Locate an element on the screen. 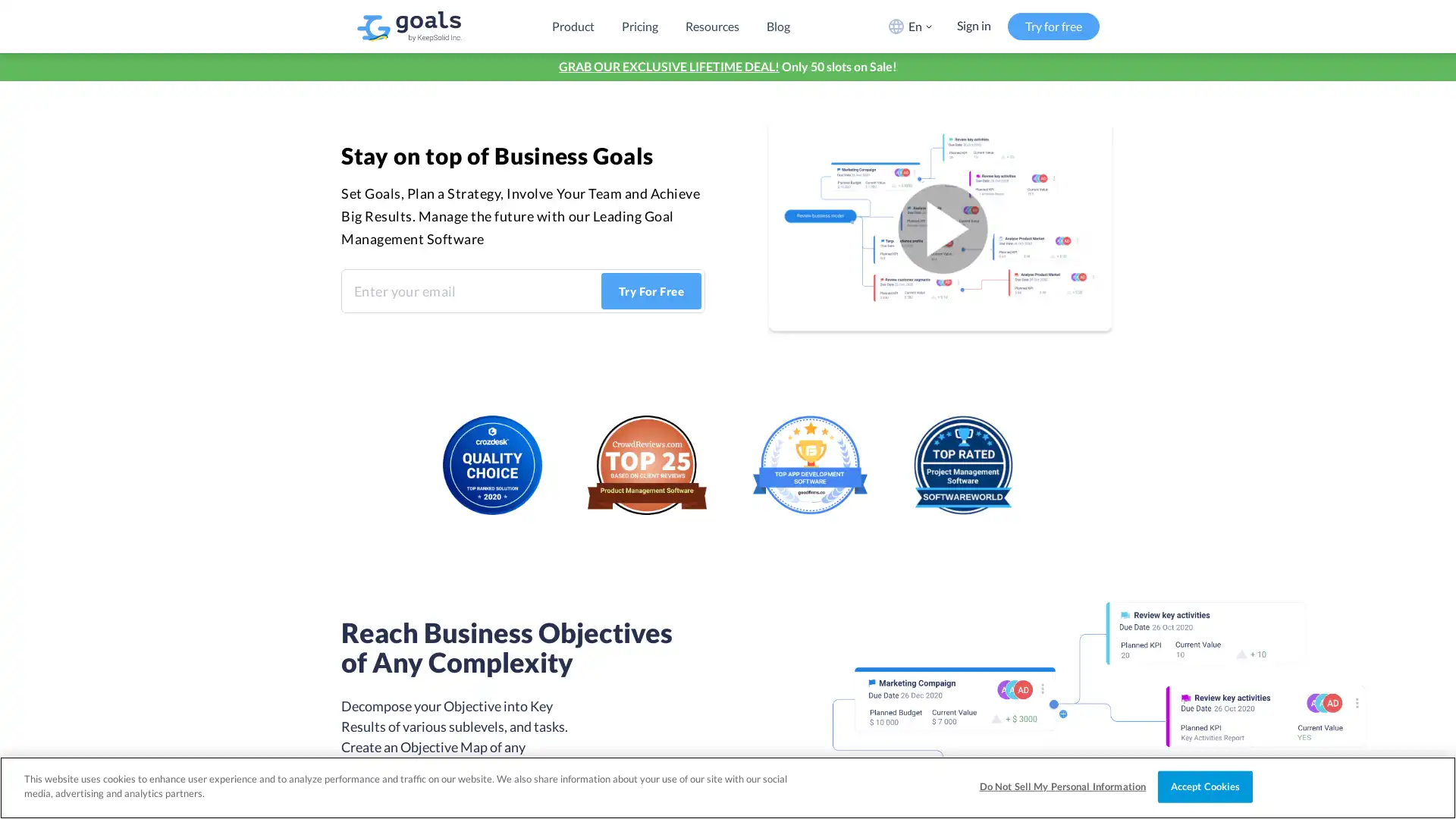  Do Not Sell My Personal Information is located at coordinates (1062, 786).